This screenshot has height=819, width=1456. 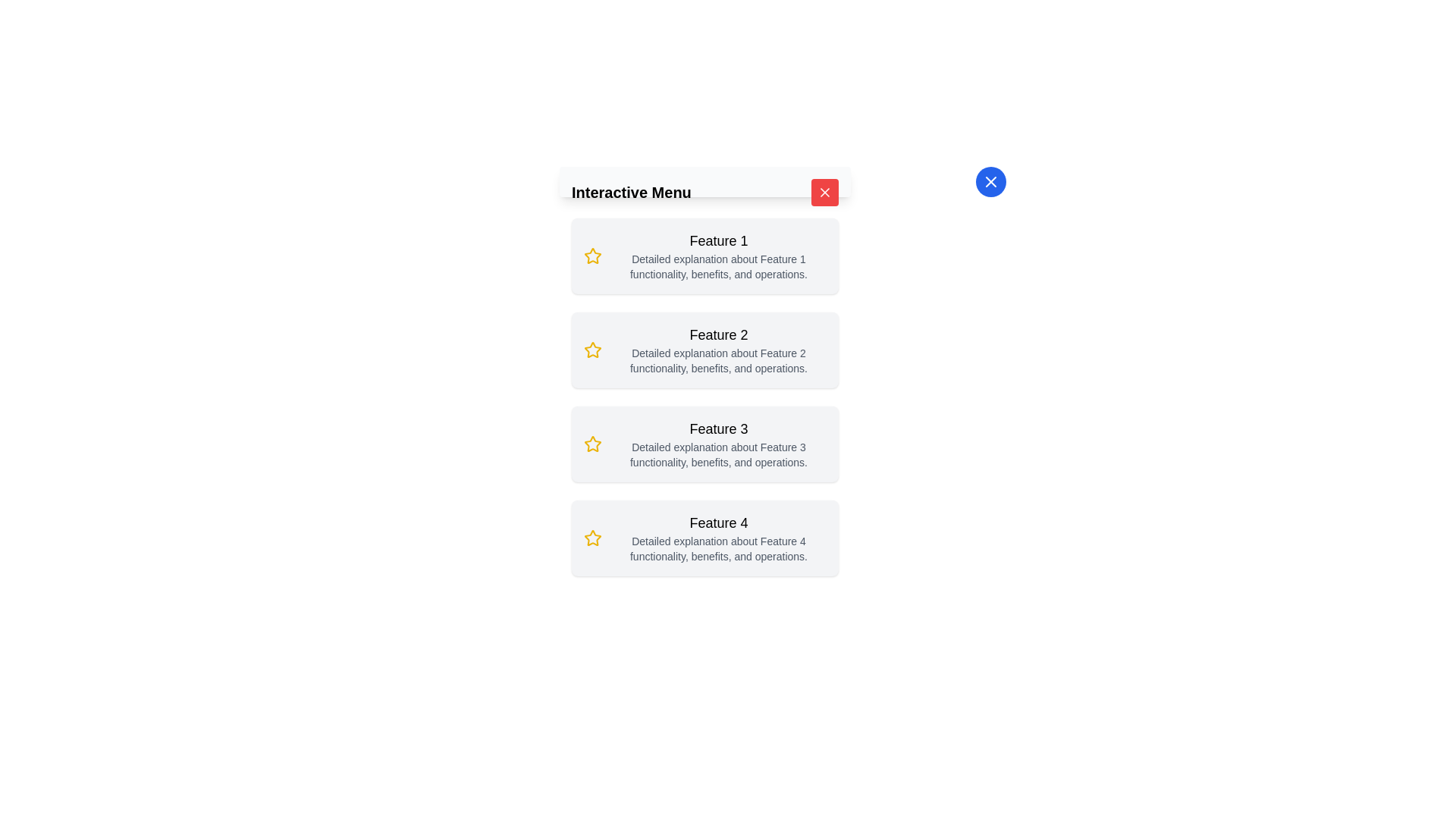 What do you see at coordinates (718, 350) in the screenshot?
I see `the Text Block labeled 'Feature 2' which is styled with a modern sans-serif font and located between 'Feature 1' and 'Feature 3'` at bounding box center [718, 350].